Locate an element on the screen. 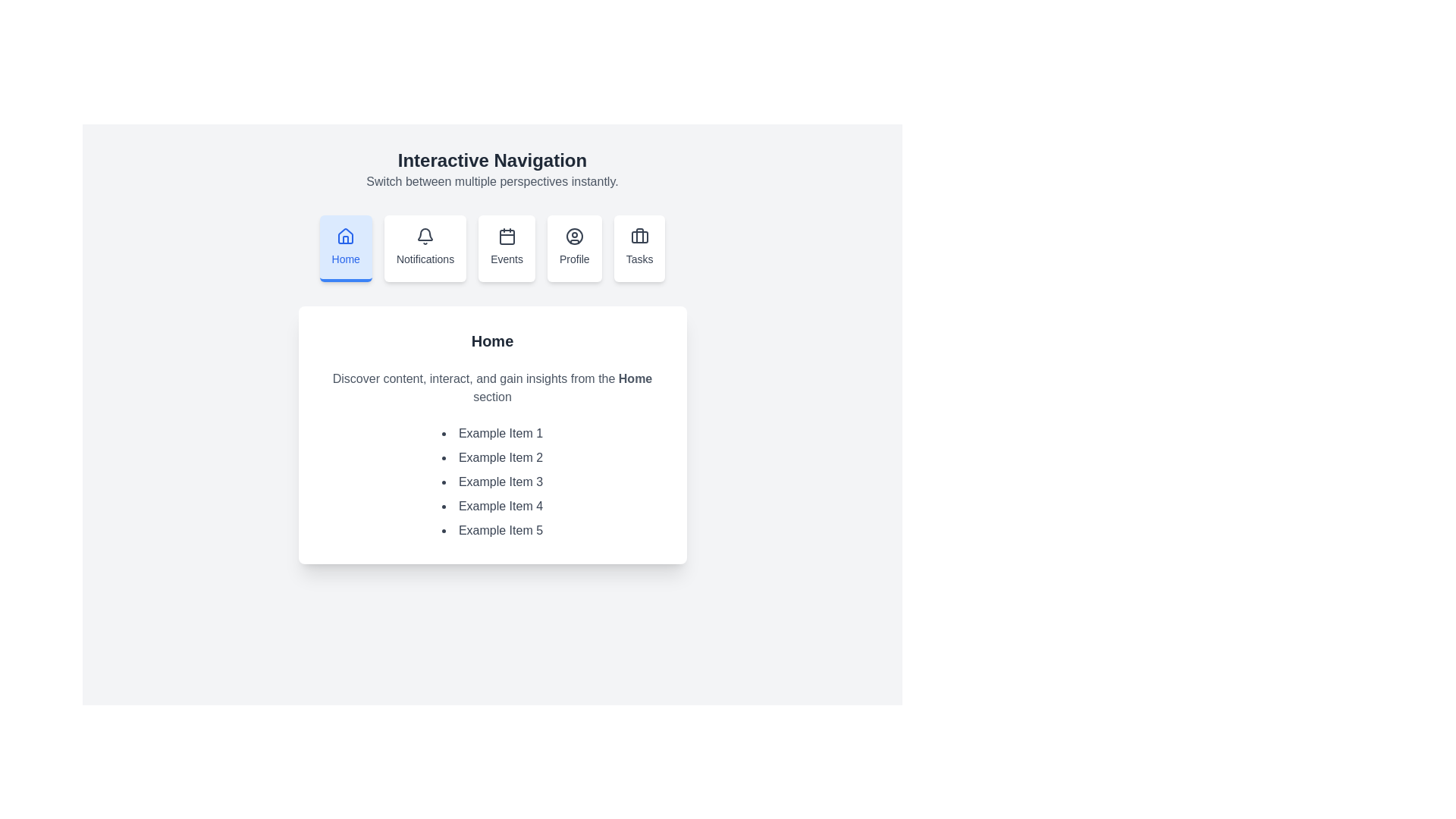 Image resolution: width=1456 pixels, height=819 pixels. the notification icon, which is the second button from the left in the top navigation menu labeled 'Notifications' is located at coordinates (425, 237).